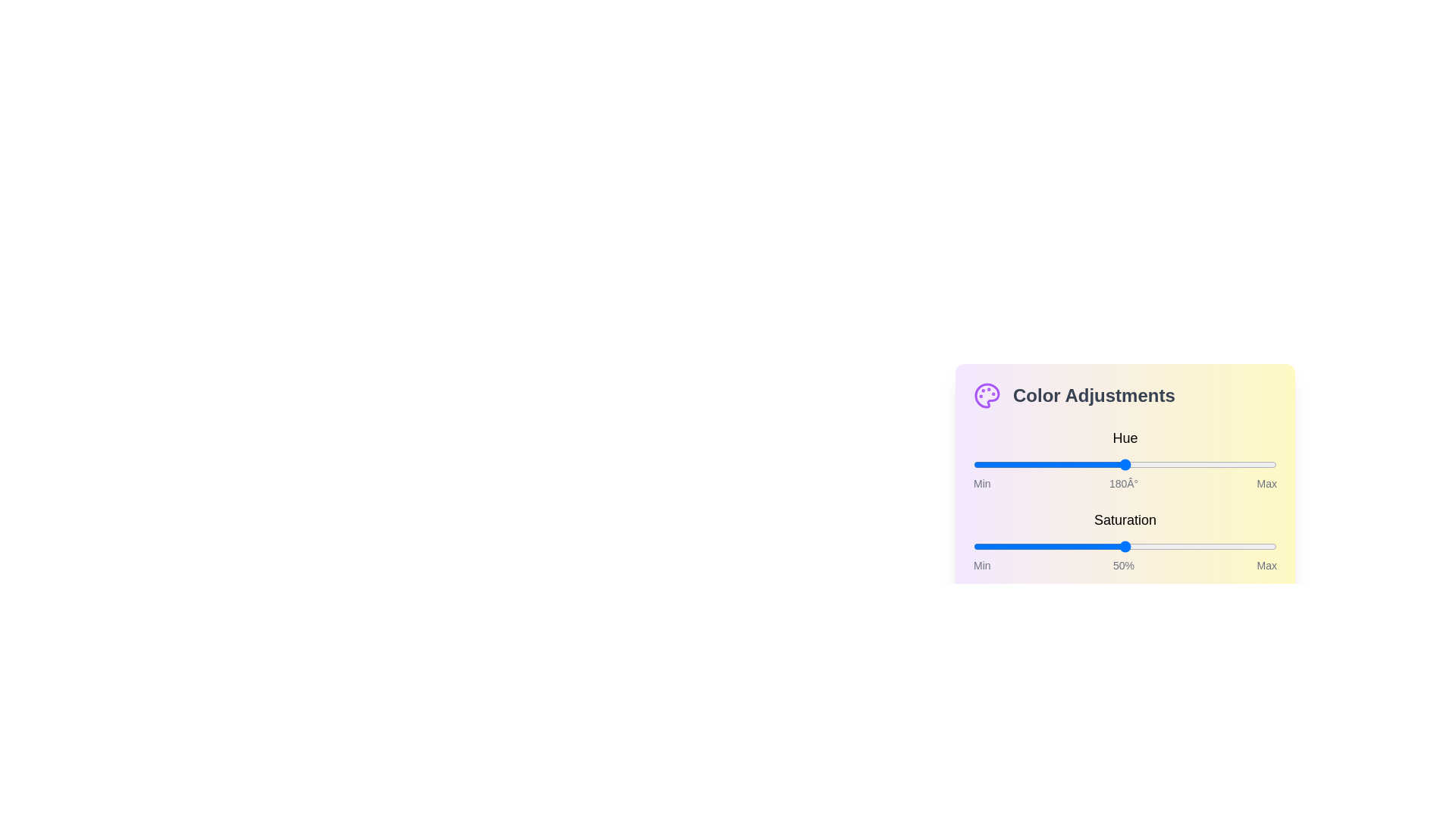 The height and width of the screenshot is (819, 1456). What do you see at coordinates (982, 464) in the screenshot?
I see `the hue slider to 10 degrees` at bounding box center [982, 464].